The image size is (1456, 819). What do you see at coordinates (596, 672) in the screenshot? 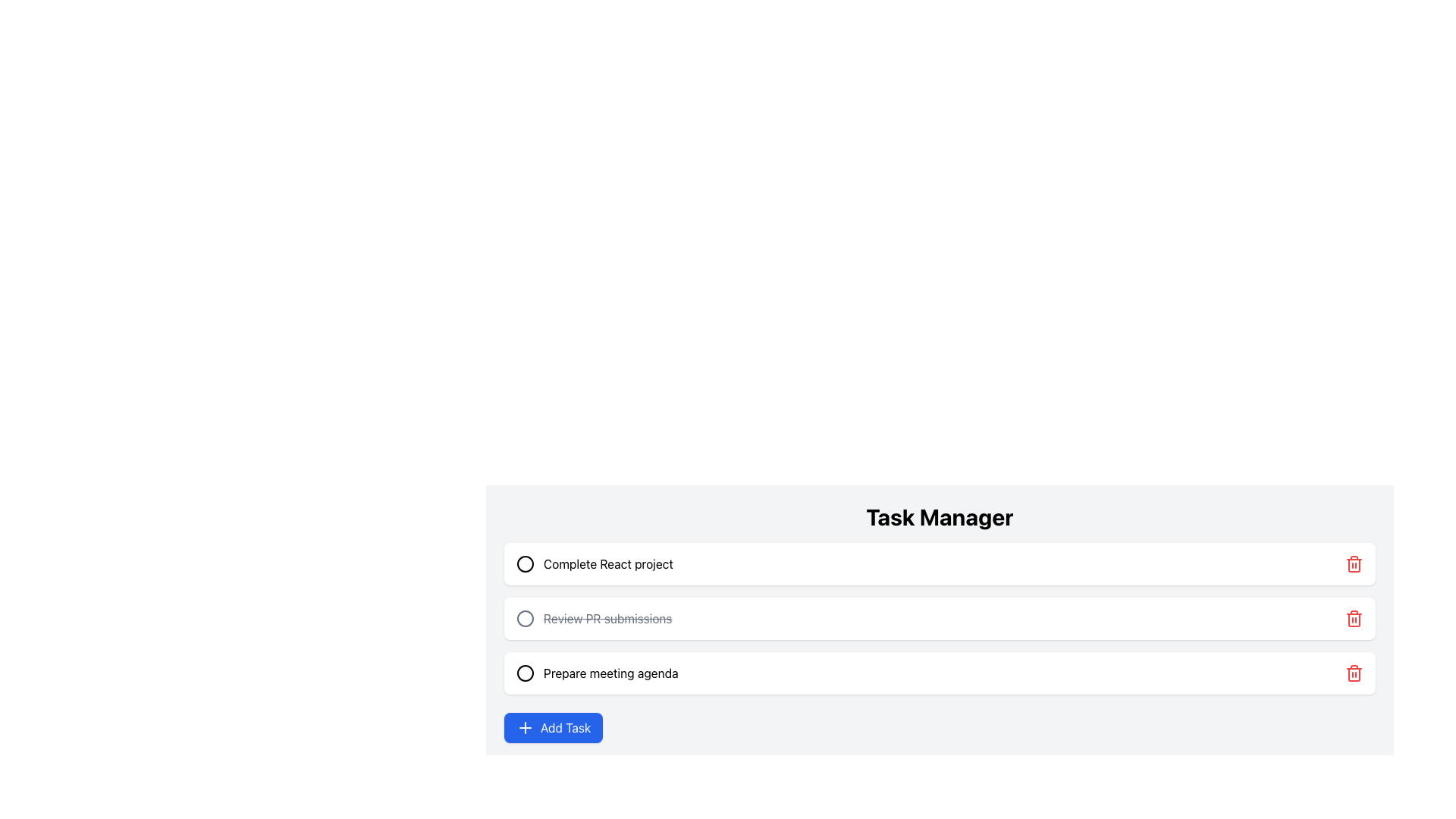
I see `the task item labeled 'Prepare meeting agenda' within the third card of the 'Task Manager' section` at bounding box center [596, 672].